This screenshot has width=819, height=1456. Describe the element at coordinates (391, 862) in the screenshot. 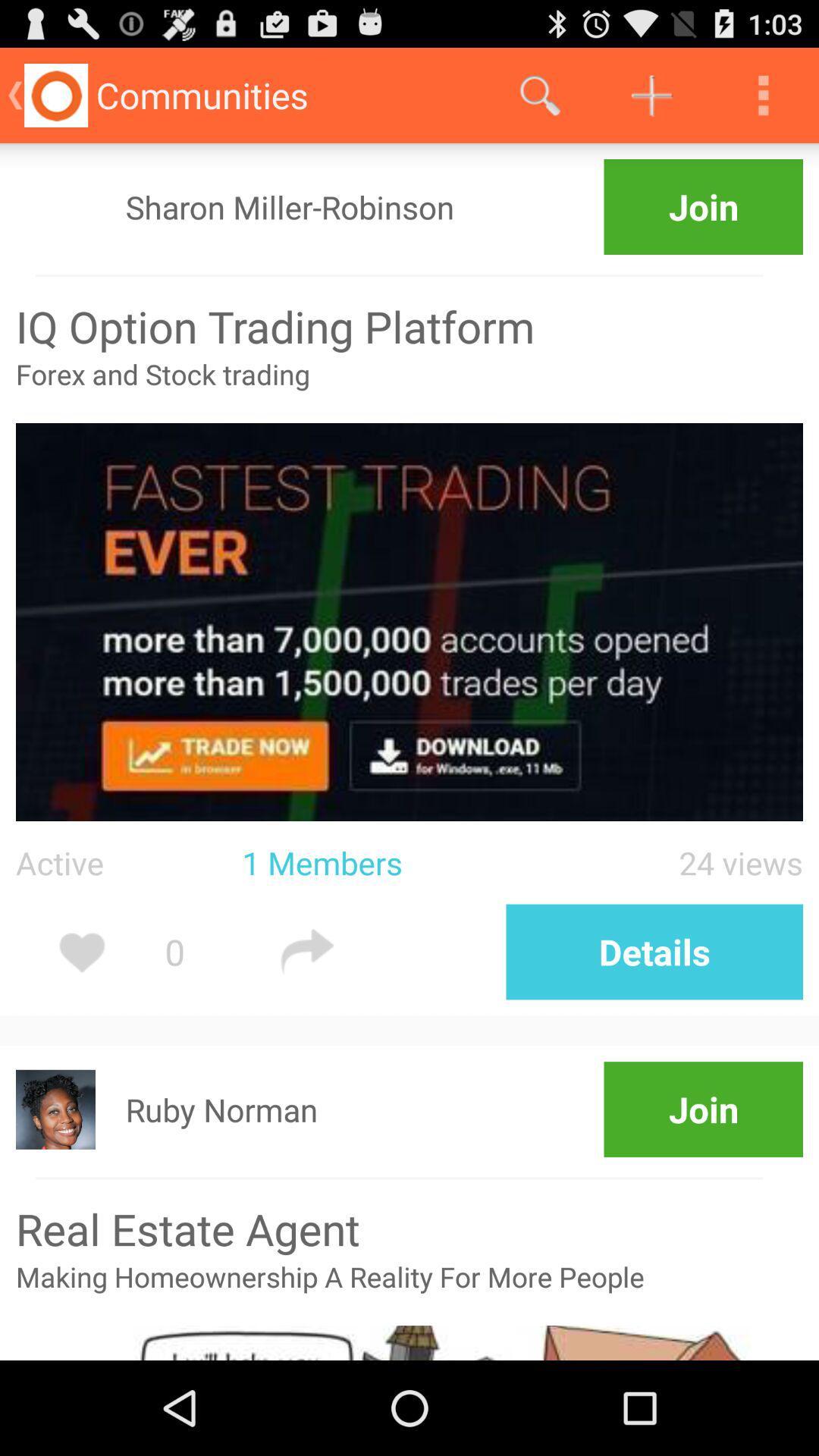

I see `1 members item` at that location.